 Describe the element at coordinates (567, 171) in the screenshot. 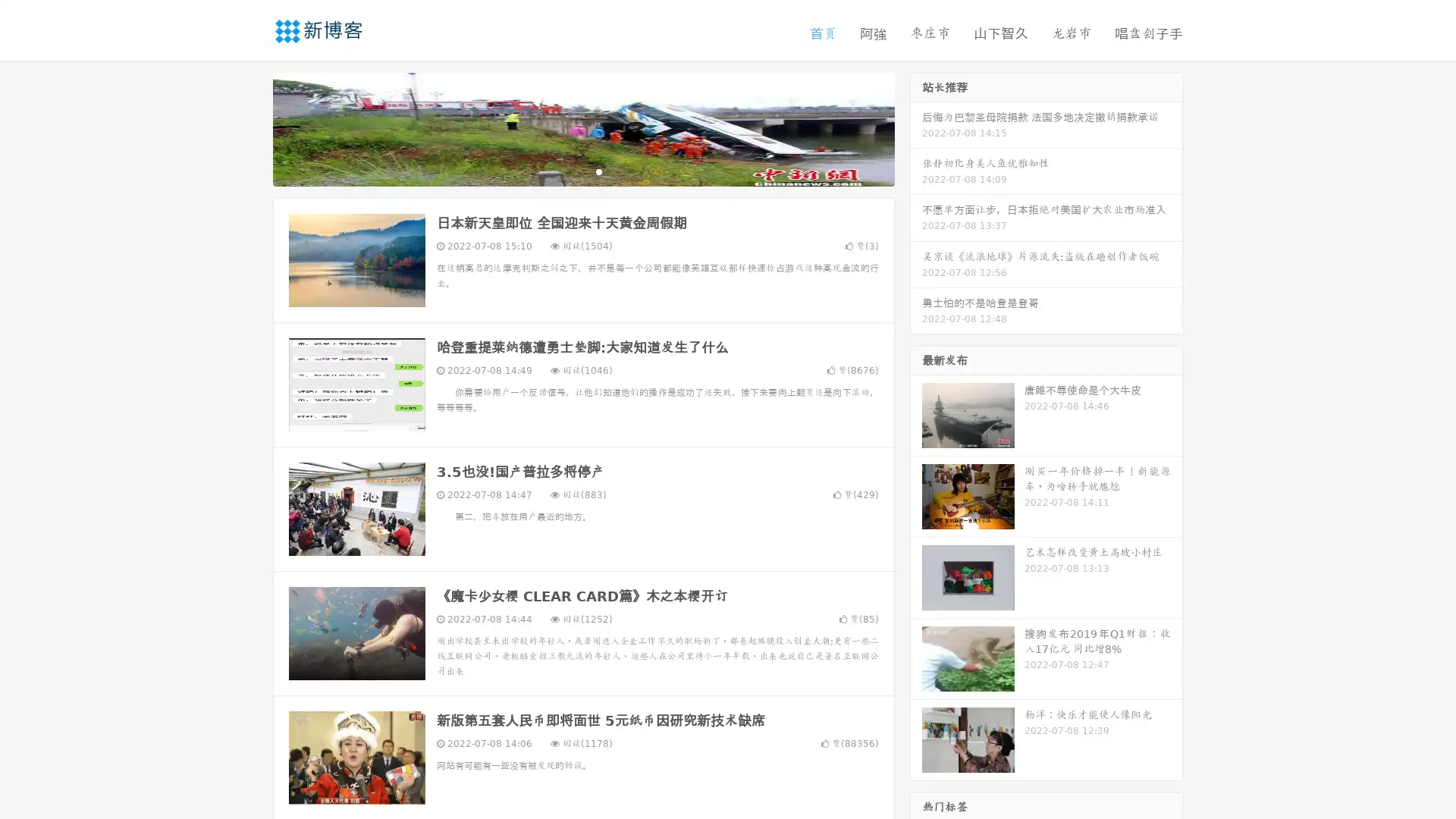

I see `Go to slide 1` at that location.